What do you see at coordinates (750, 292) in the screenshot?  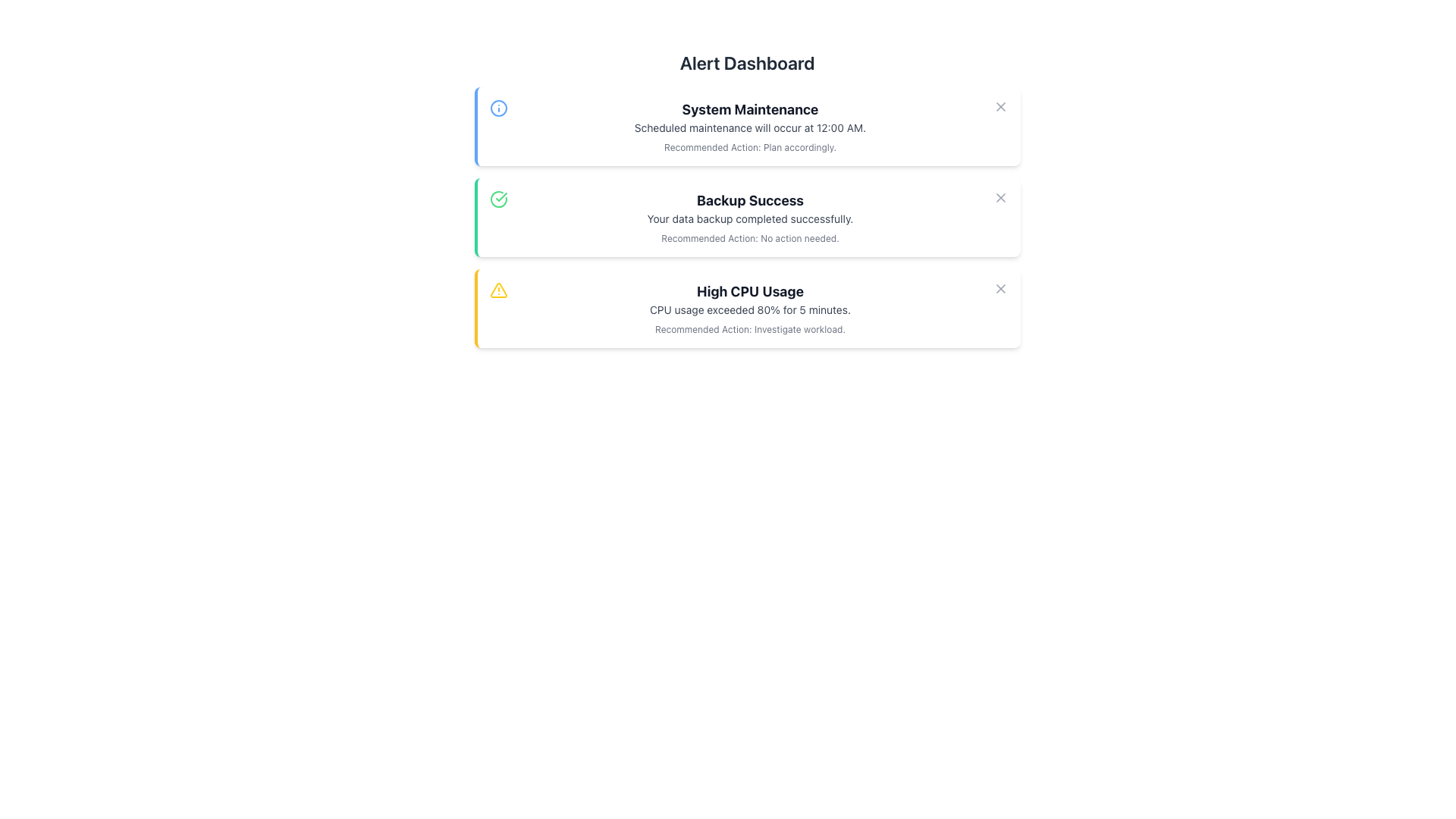 I see `the text label that serves as the title of the alert regarding high CPU usage, positioned at the top of the alert box` at bounding box center [750, 292].